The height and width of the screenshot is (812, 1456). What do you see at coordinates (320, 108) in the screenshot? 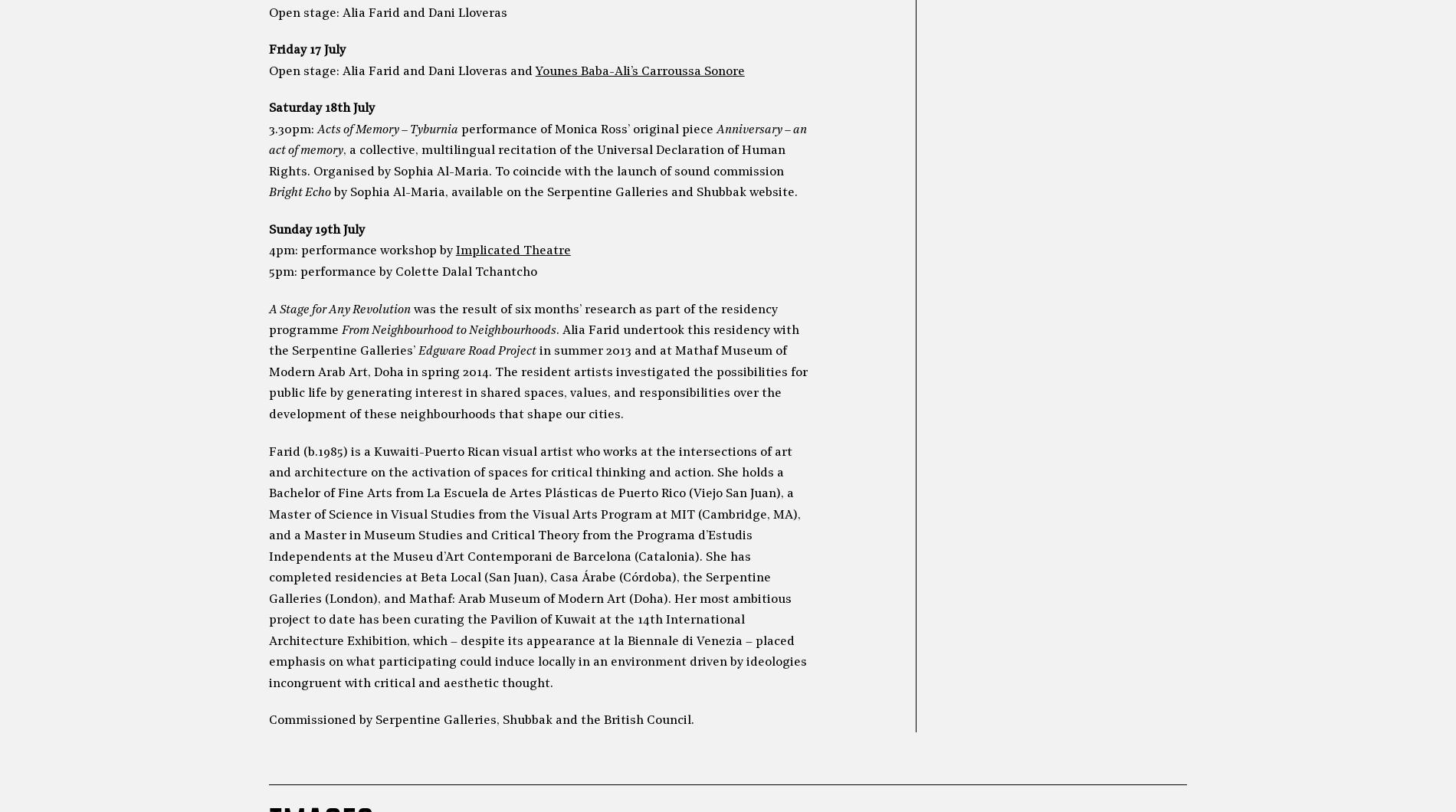
I see `'Saturday 18th July'` at bounding box center [320, 108].